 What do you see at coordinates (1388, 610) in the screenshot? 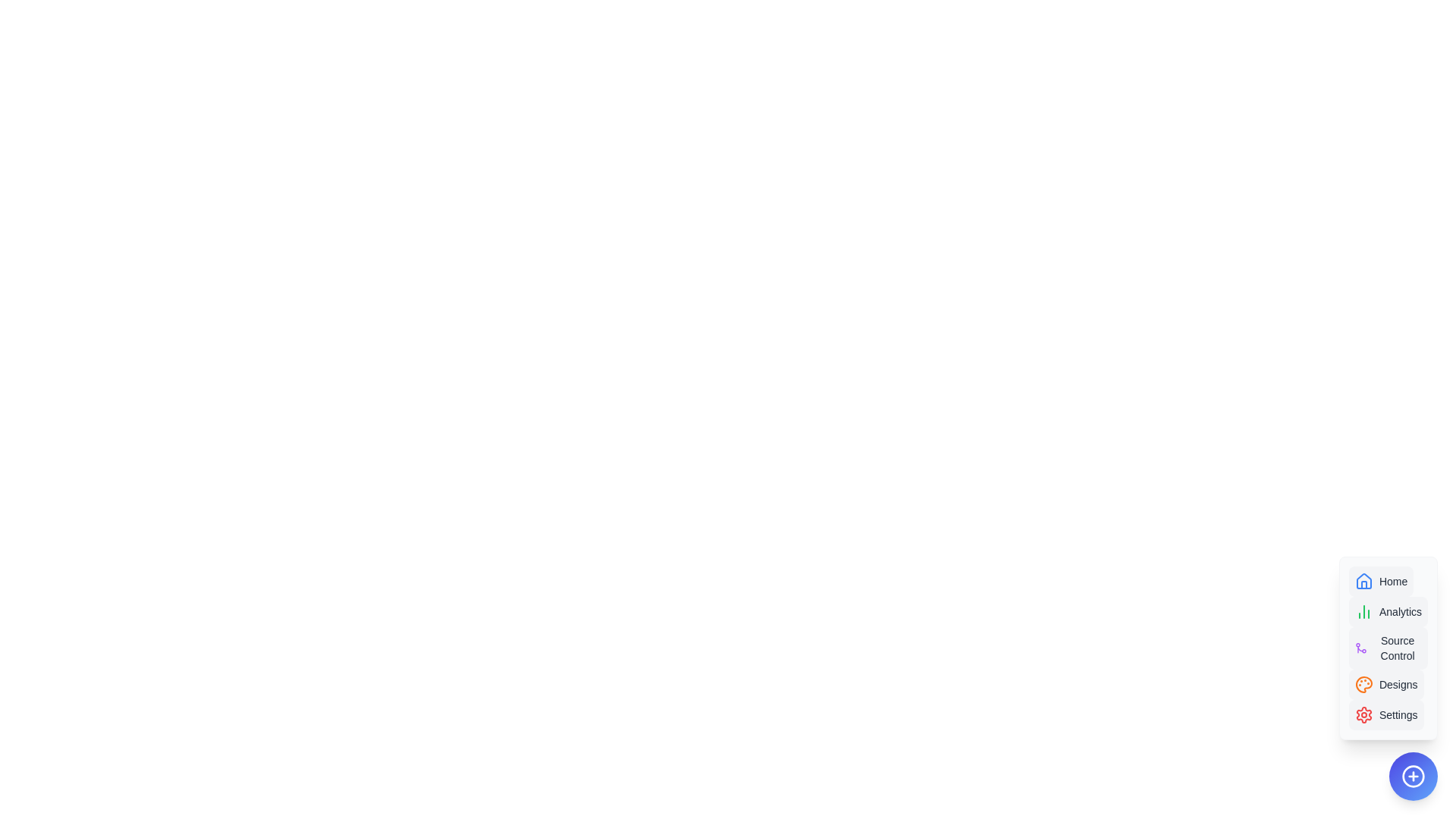
I see `the option Analytics in the AdvancedSpeedDial component` at bounding box center [1388, 610].